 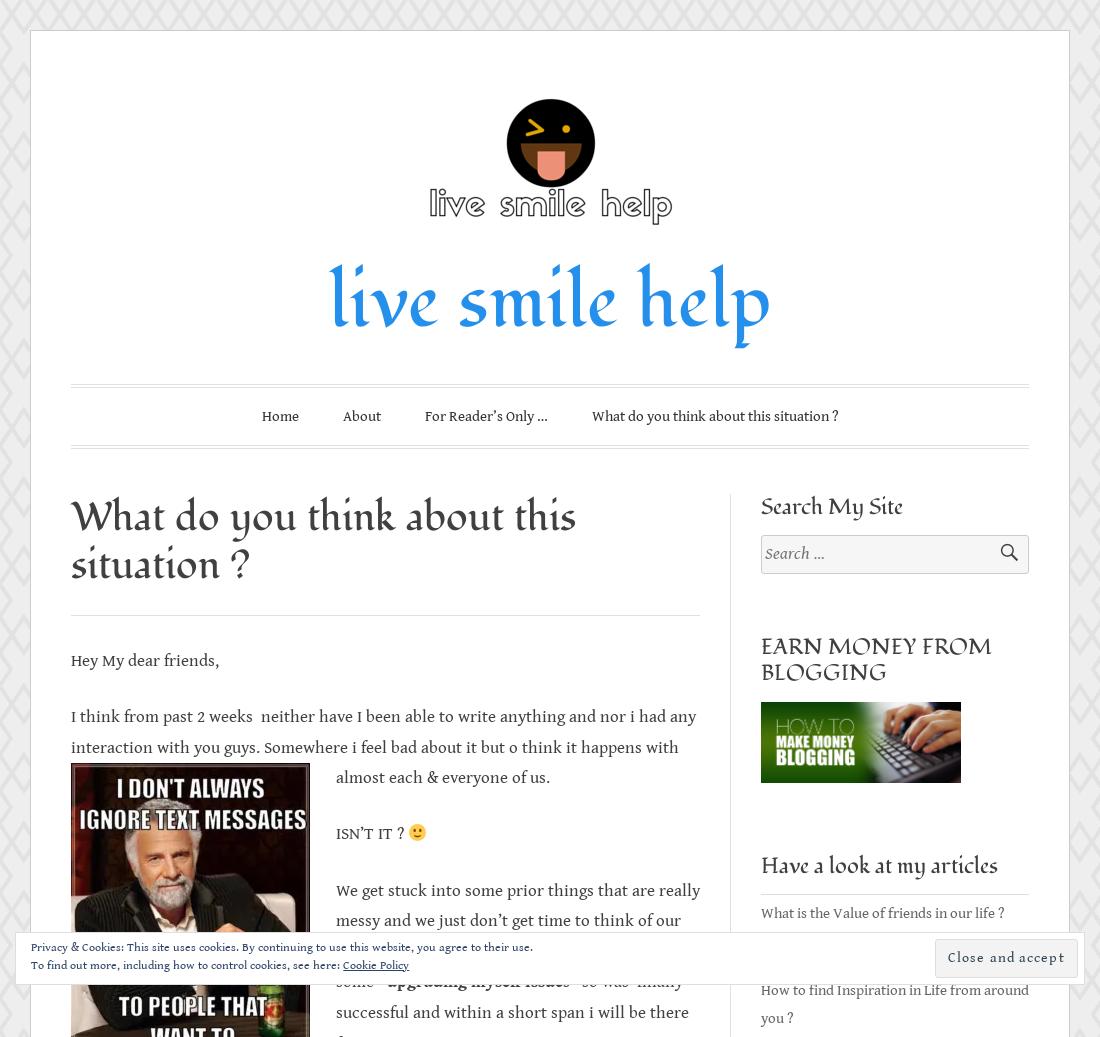 I want to click on 'About', so click(x=361, y=415).